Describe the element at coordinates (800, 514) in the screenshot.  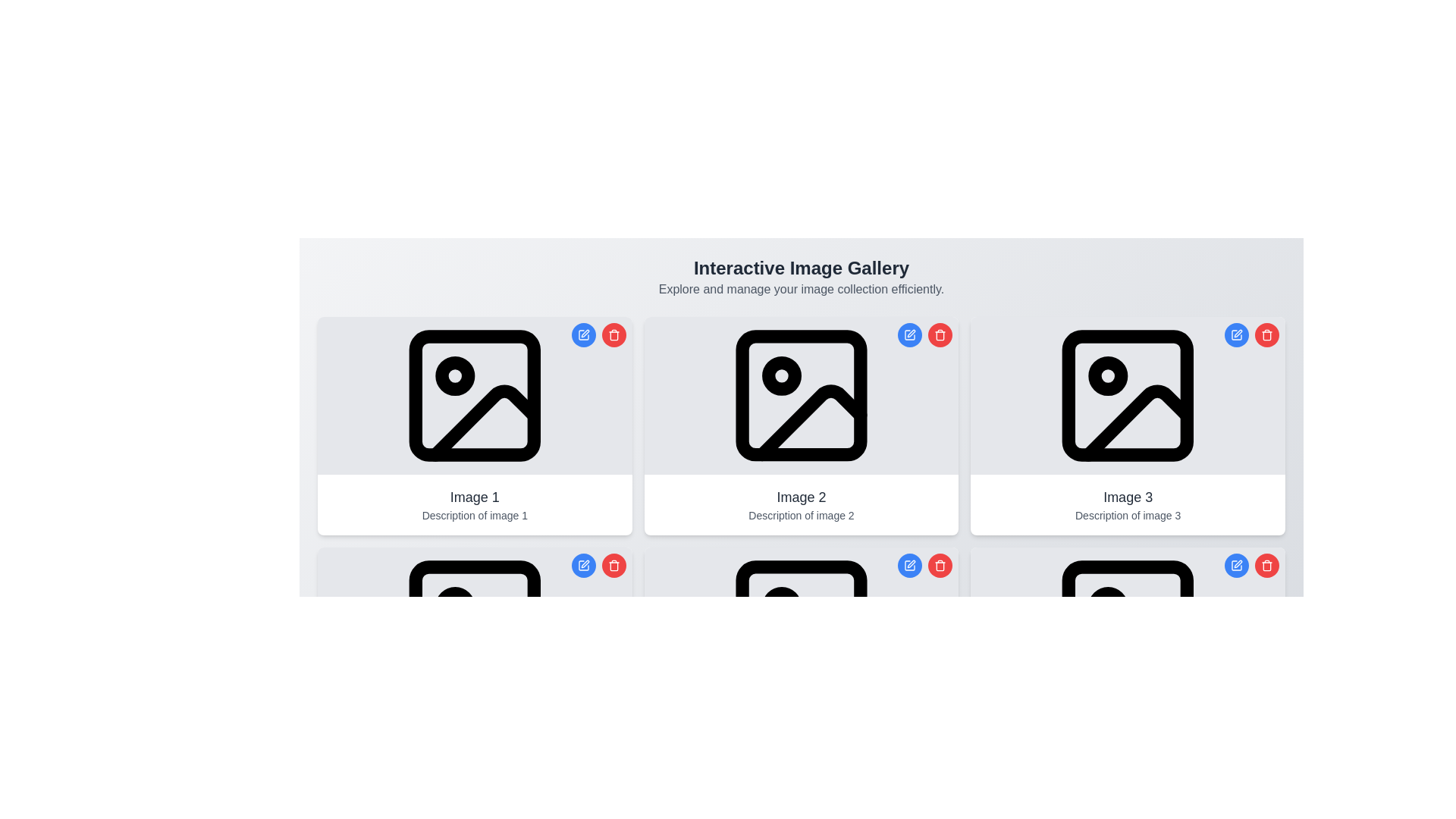
I see `text label displaying 'Description of image 2', which is located below the main title 'Image 2' in the second card of a horizontally aligned list of image cards` at that location.